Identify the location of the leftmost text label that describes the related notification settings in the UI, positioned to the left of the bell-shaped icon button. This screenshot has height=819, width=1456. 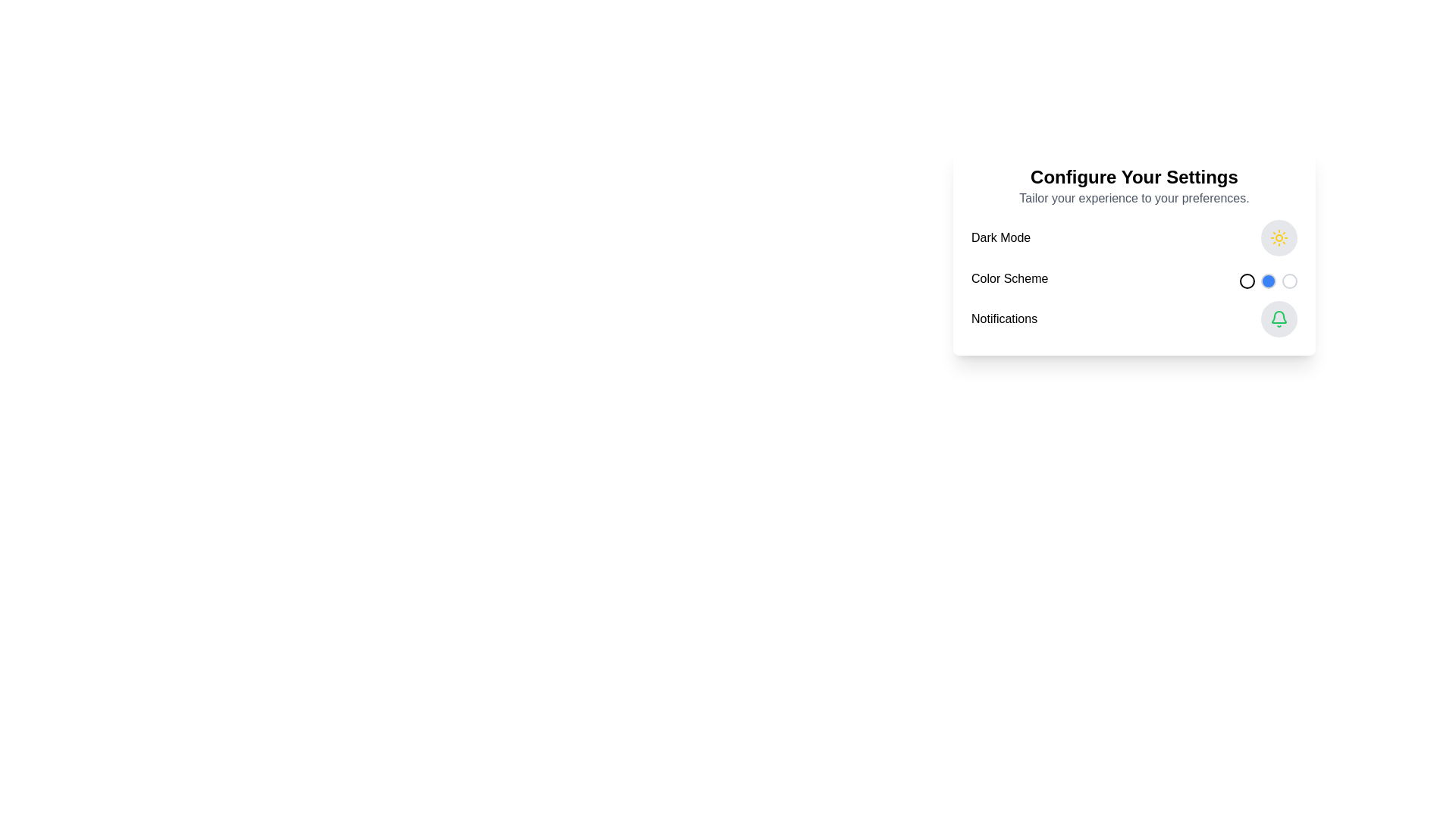
(1004, 318).